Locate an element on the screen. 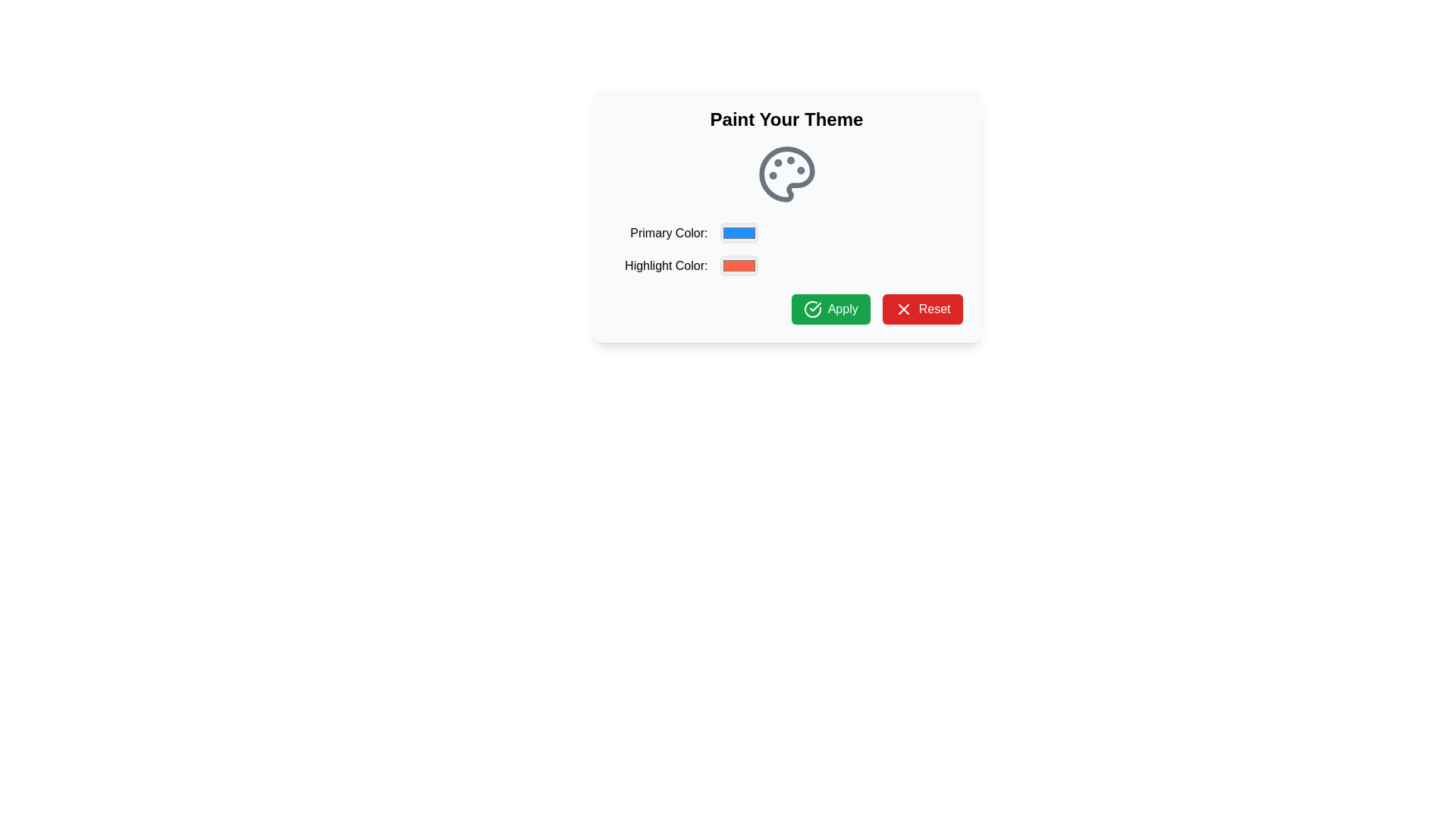 This screenshot has width=1456, height=819. the color box in the 'Paint Your Theme' dialog is located at coordinates (786, 233).